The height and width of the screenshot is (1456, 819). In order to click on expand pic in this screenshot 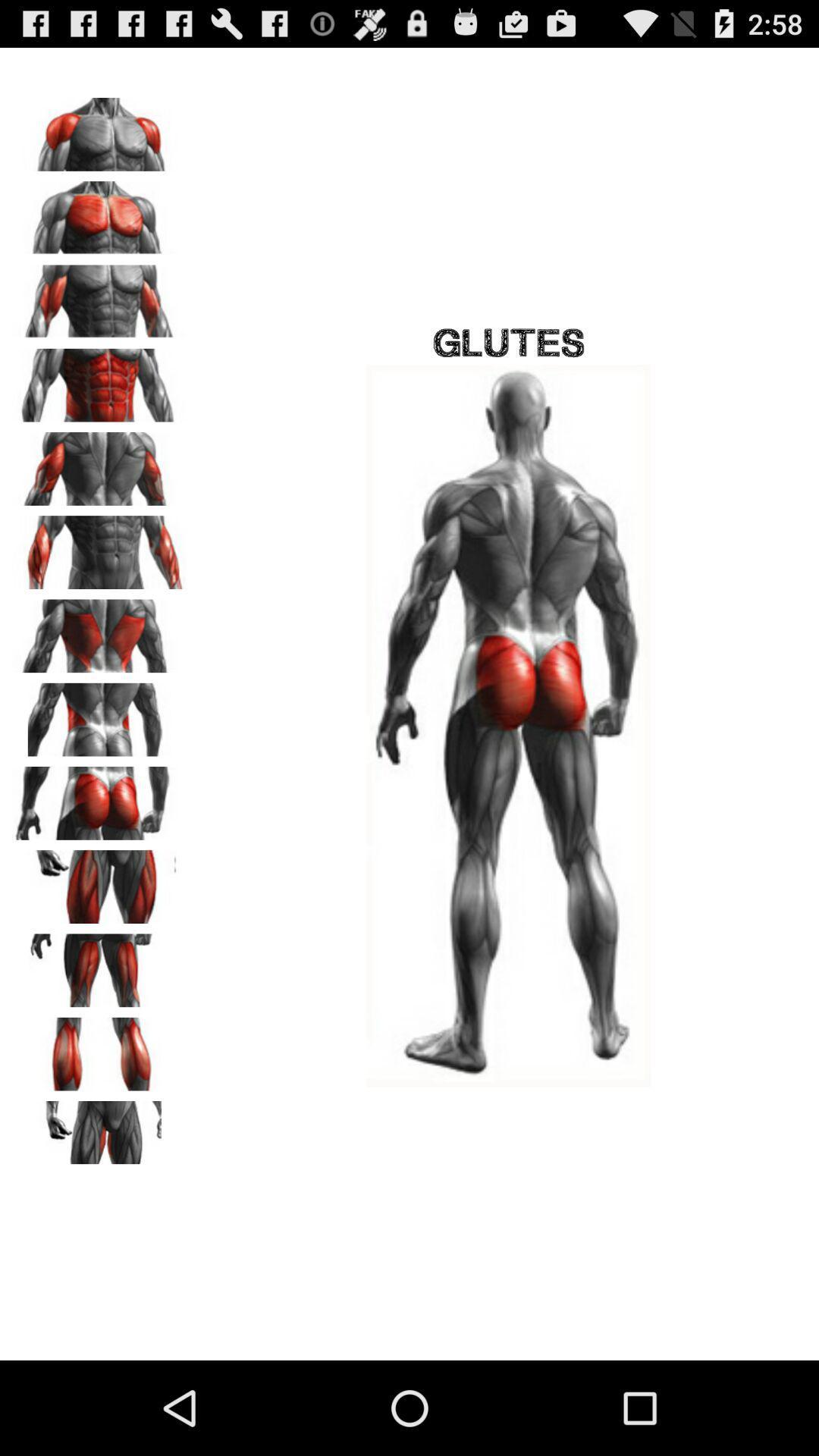, I will do `click(99, 797)`.